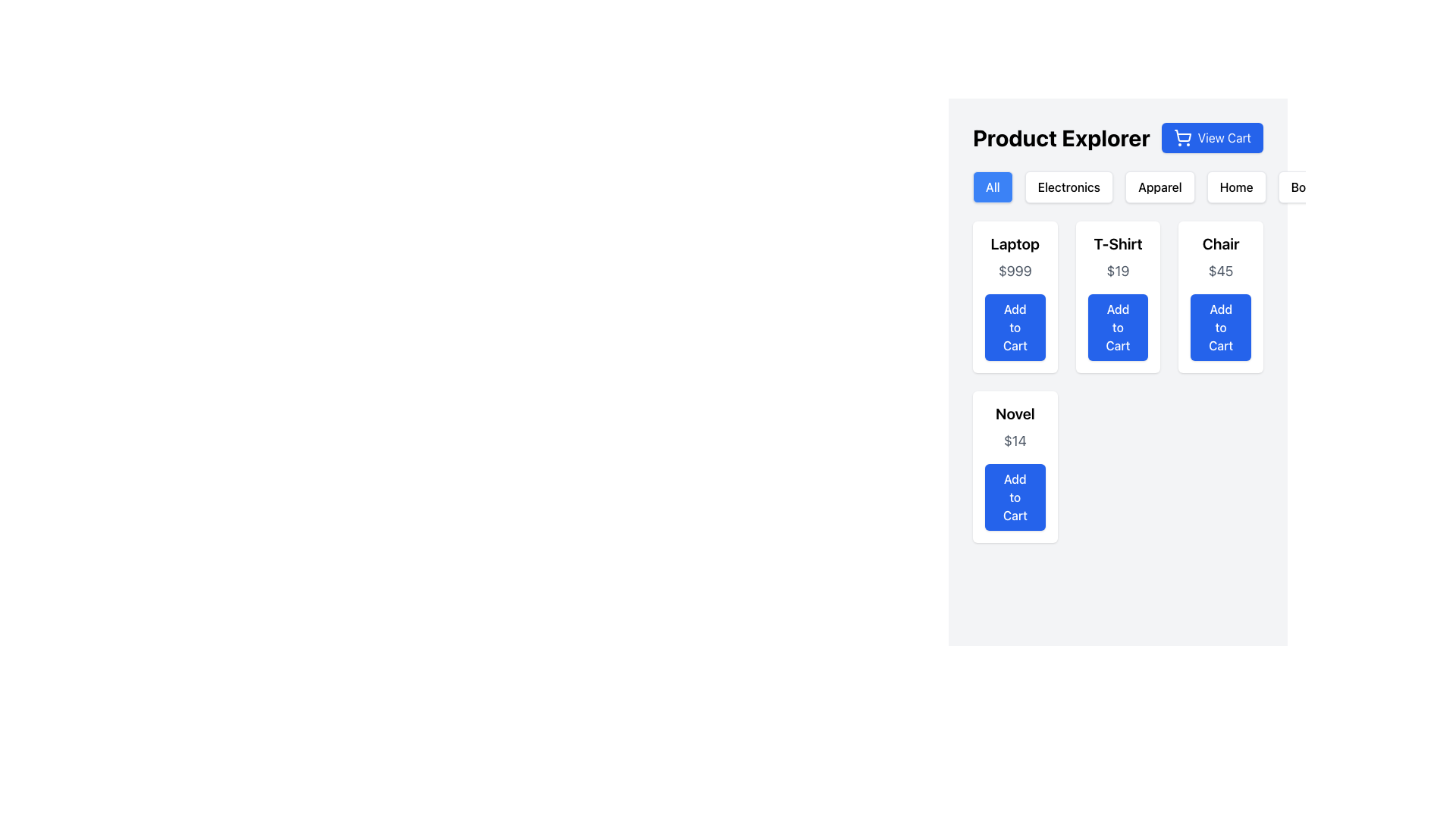  I want to click on the shopping cart button located to the right of 'Product Explorer' for a visual effect, so click(1211, 137).